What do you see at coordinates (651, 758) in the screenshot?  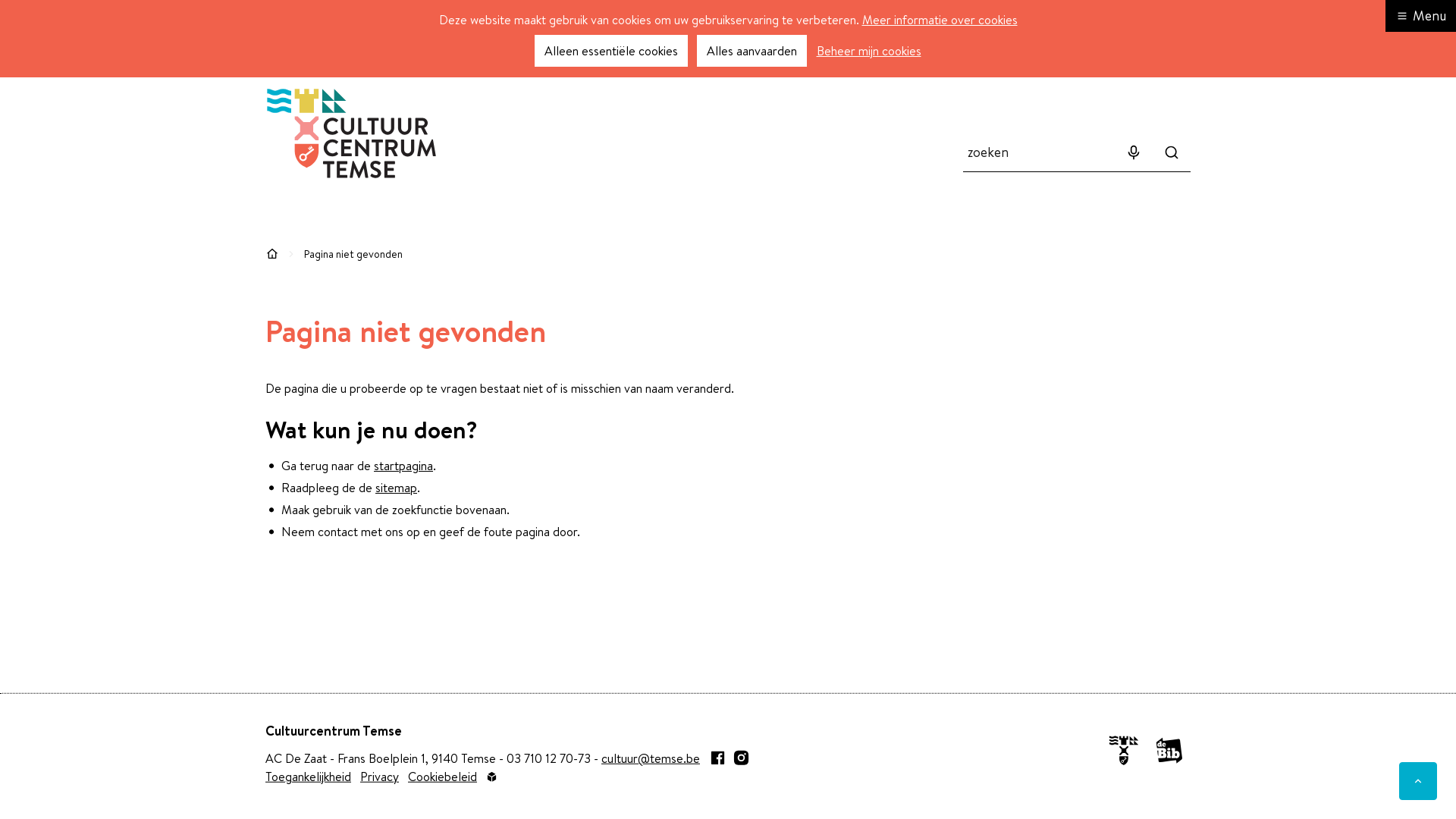 I see `'cultuur@temse.be'` at bounding box center [651, 758].